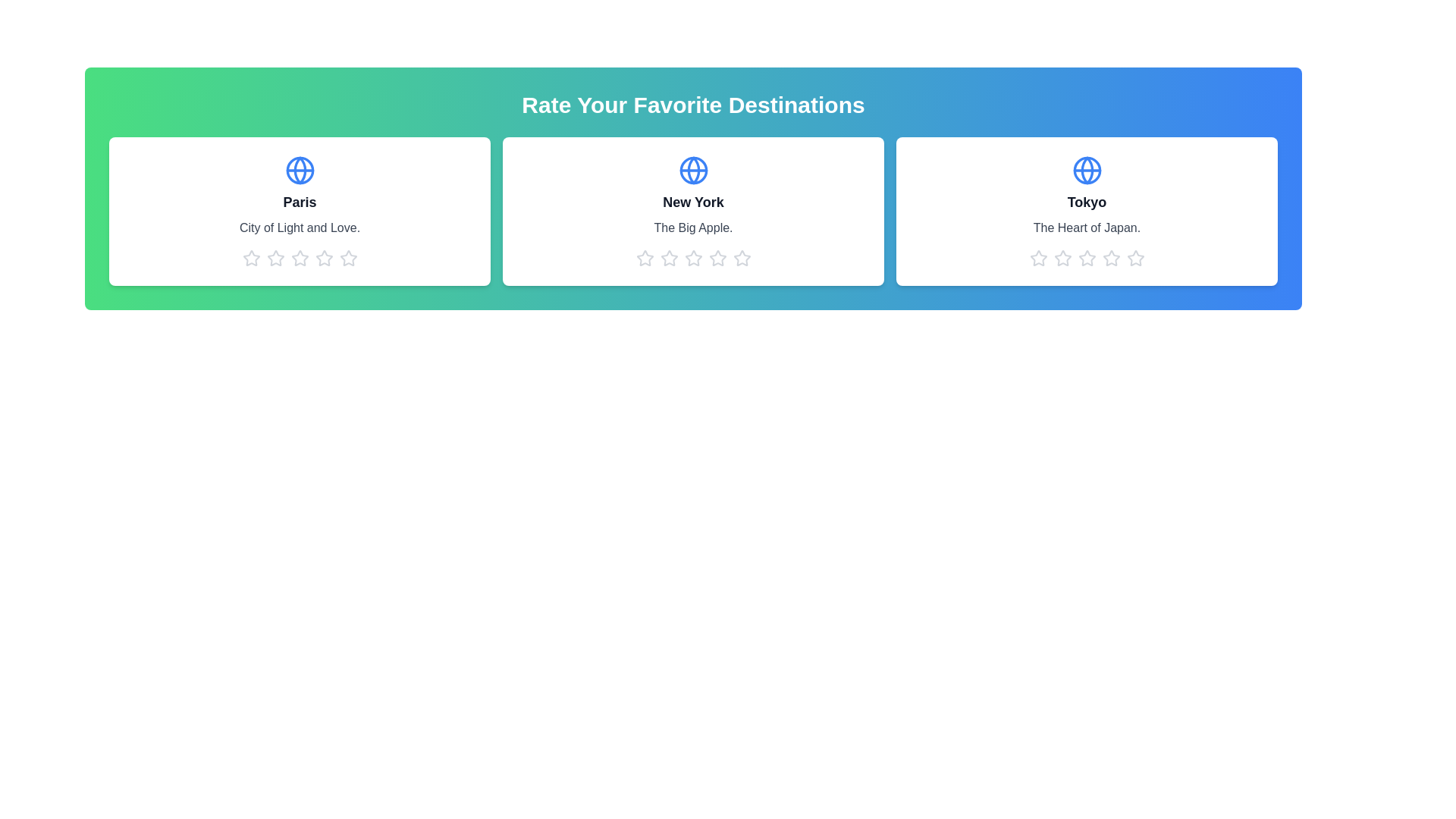 This screenshot has height=819, width=1456. I want to click on the header text to view it, so click(692, 104).